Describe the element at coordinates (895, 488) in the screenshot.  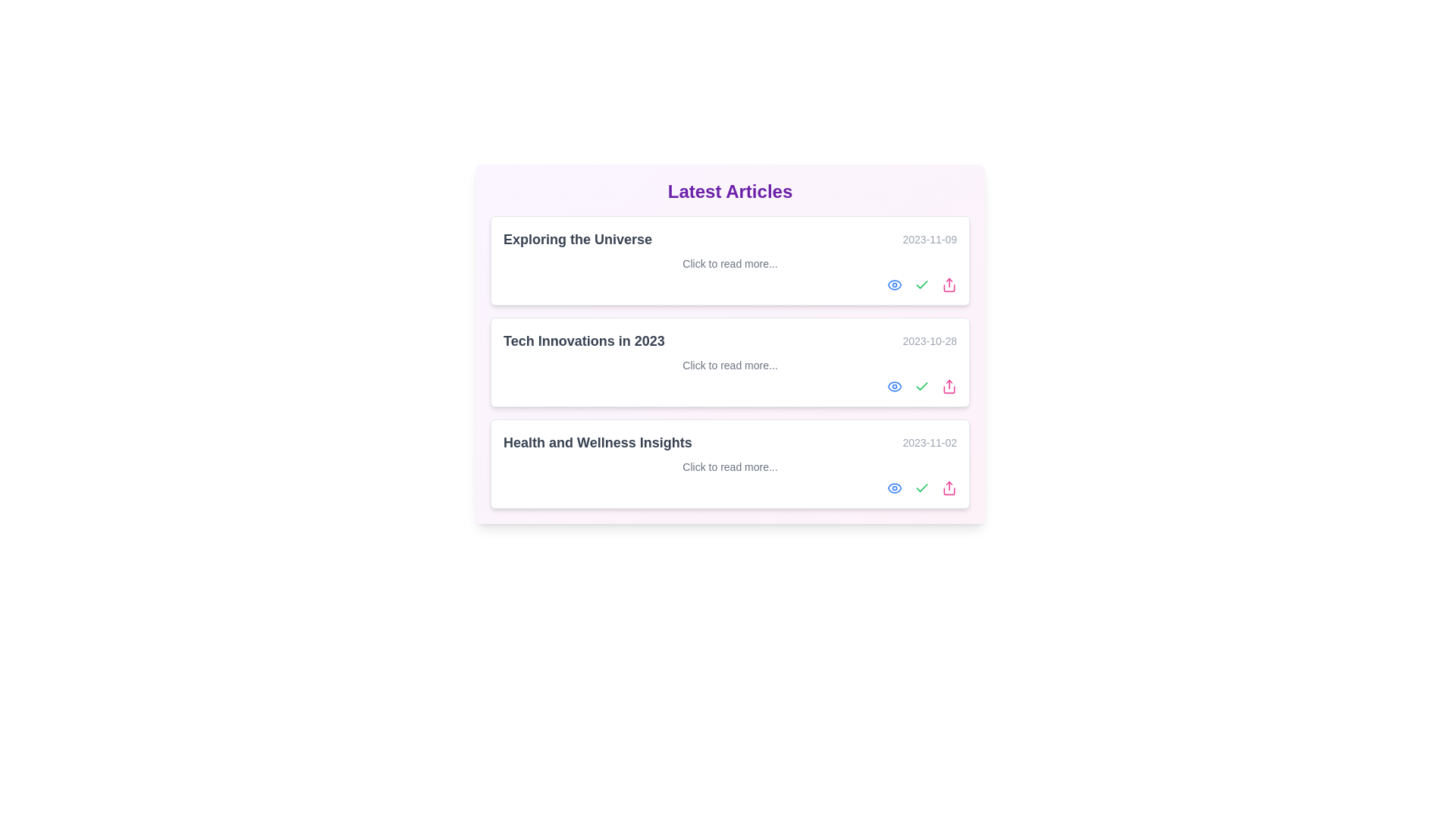
I see `'Eye' icon associated with the article titled 'Health and Wellness Insights'` at that location.